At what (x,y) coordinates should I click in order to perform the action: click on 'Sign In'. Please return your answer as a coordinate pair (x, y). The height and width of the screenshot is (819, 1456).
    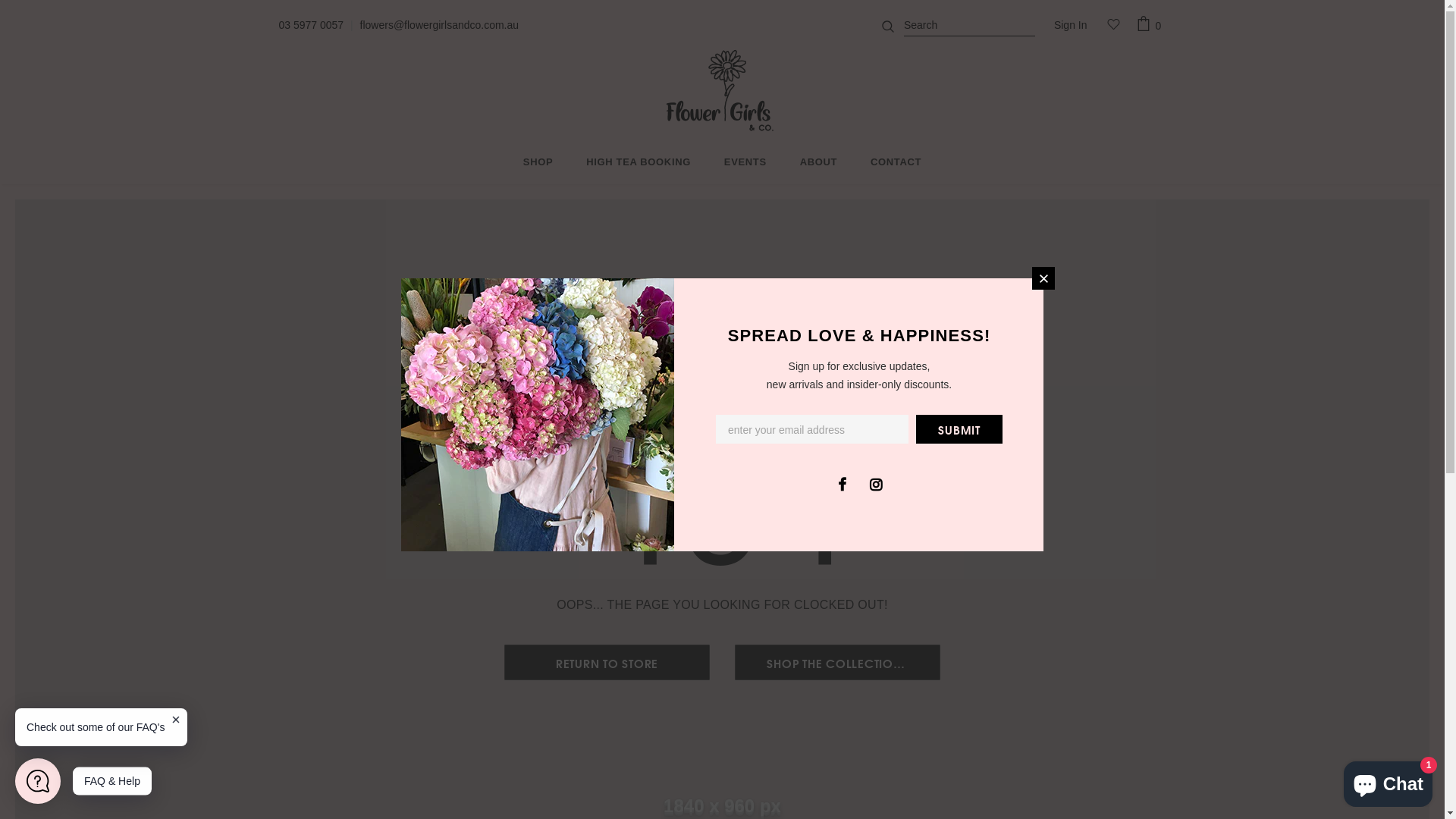
    Looking at the image, I should click on (1069, 26).